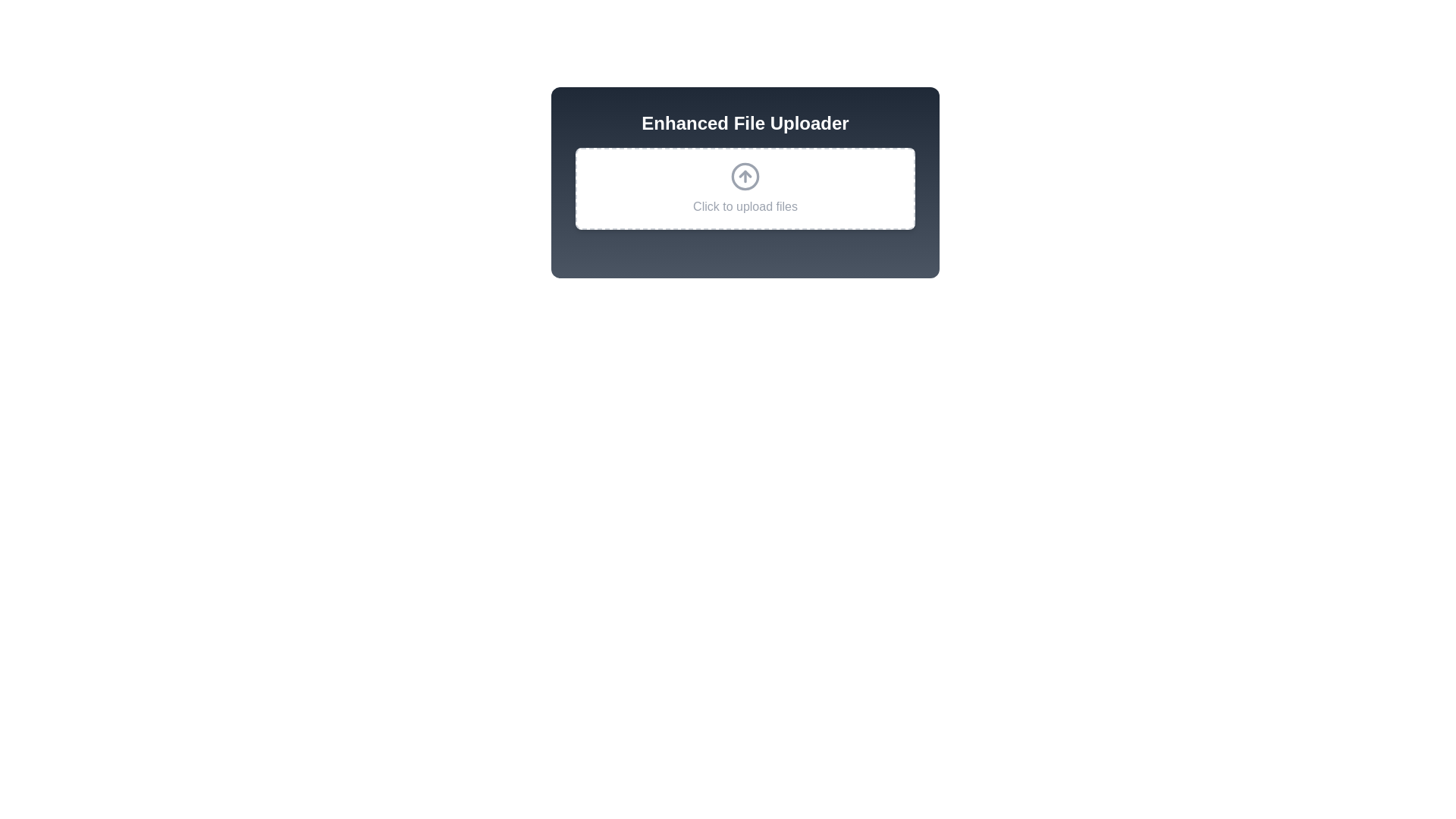  Describe the element at coordinates (745, 188) in the screenshot. I see `the clickable file upload region located directly below the heading 'Enhanced File Uploader'` at that location.